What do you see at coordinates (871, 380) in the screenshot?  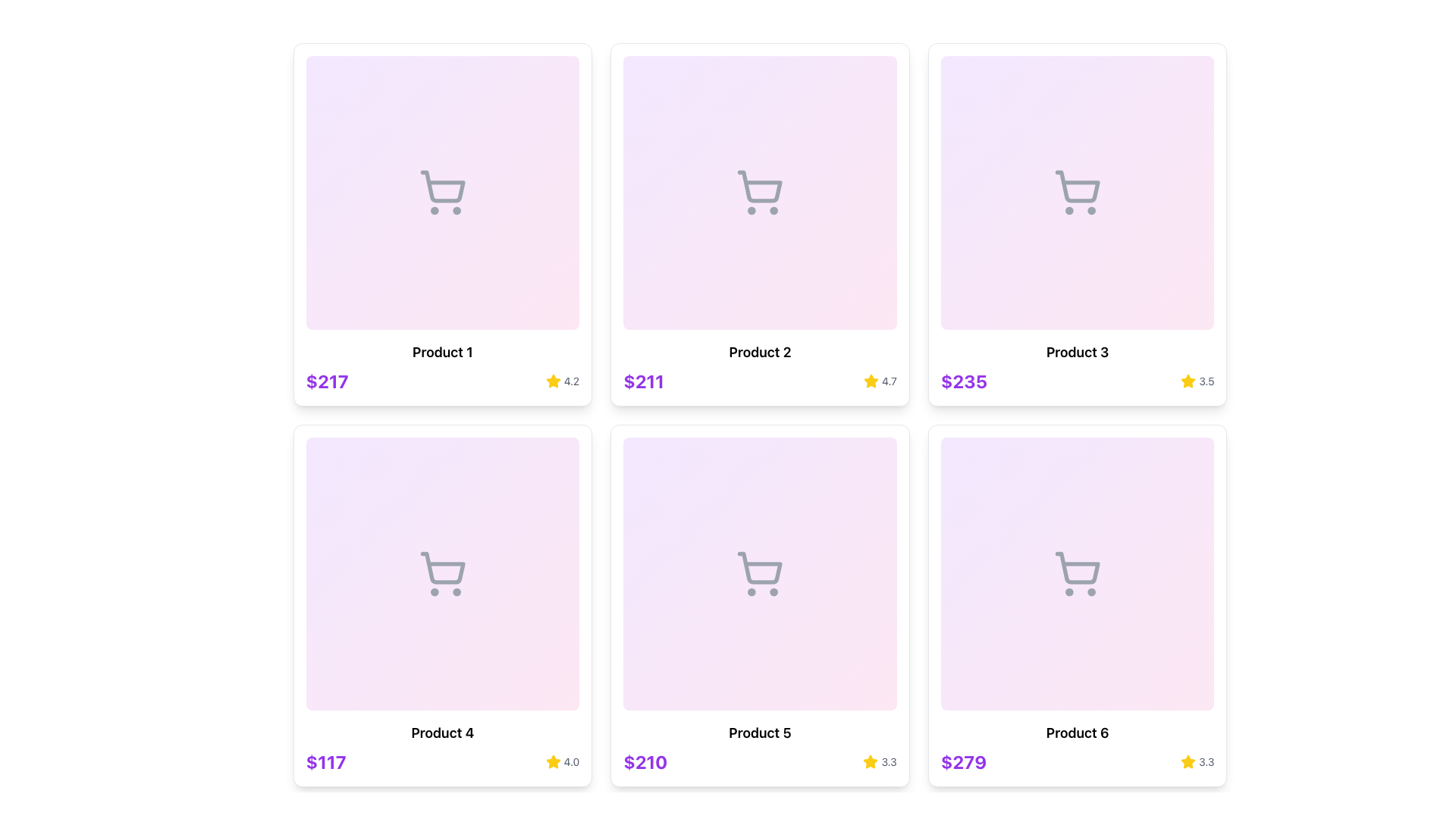 I see `the star icon that represents the rating for 'Product 2', located in the bottom-right corner of the card next to the '4.7' rating text` at bounding box center [871, 380].